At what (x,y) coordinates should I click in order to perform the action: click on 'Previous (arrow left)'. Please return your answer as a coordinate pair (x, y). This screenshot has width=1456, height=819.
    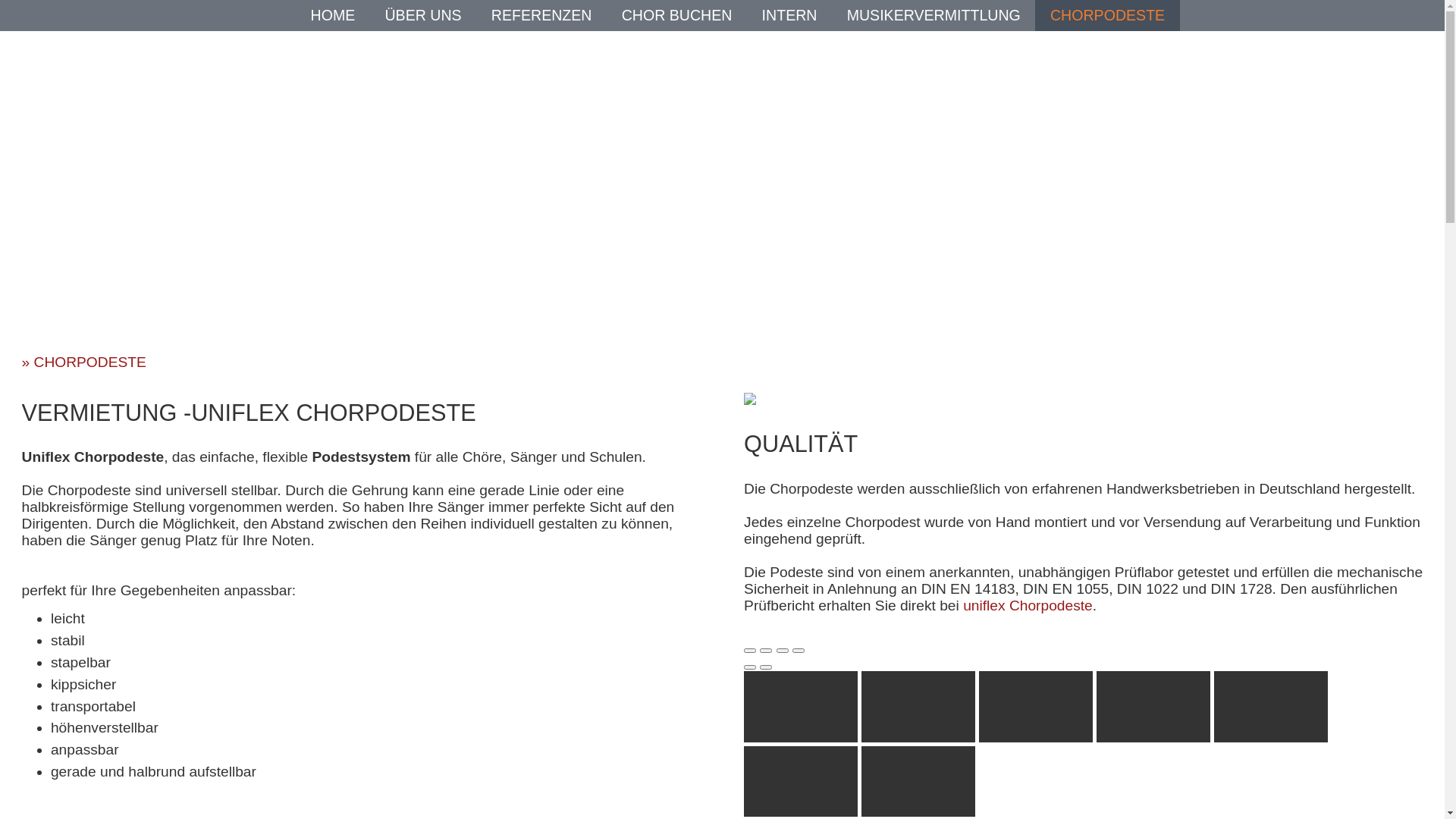
    Looking at the image, I should click on (749, 666).